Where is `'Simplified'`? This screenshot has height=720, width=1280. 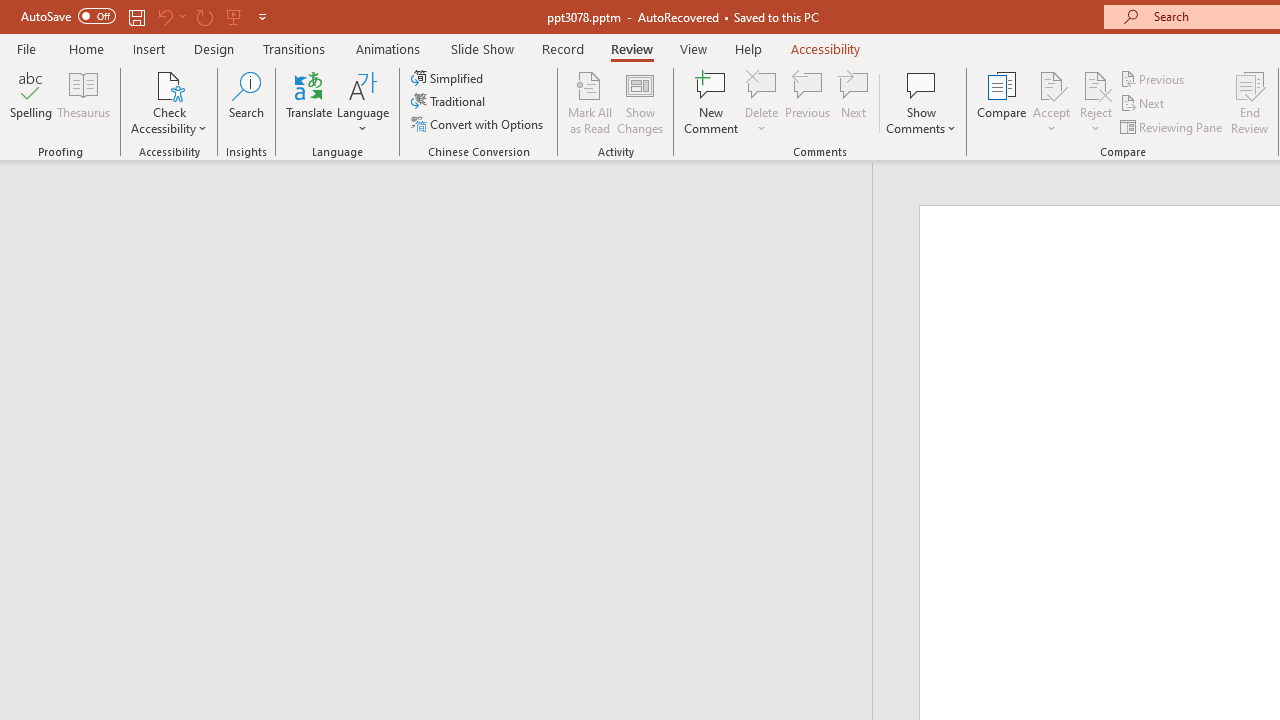
'Simplified' is located at coordinates (448, 77).